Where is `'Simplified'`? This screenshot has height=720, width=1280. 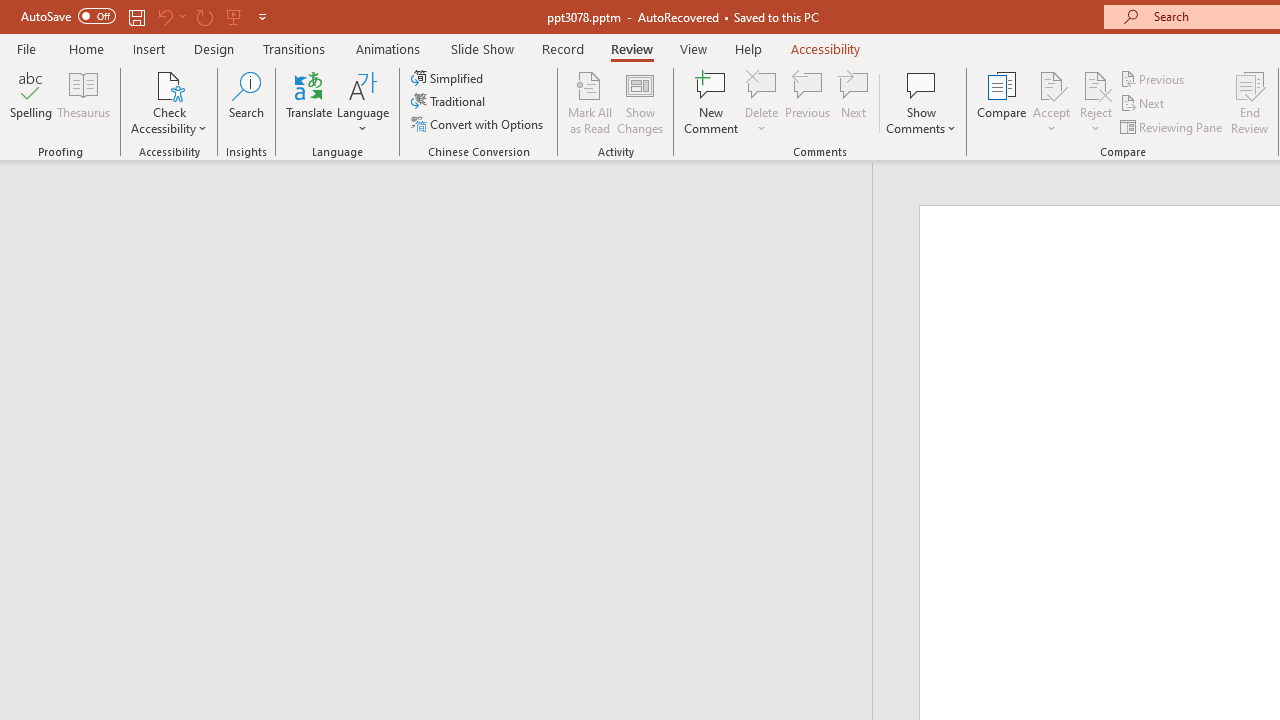
'Simplified' is located at coordinates (448, 77).